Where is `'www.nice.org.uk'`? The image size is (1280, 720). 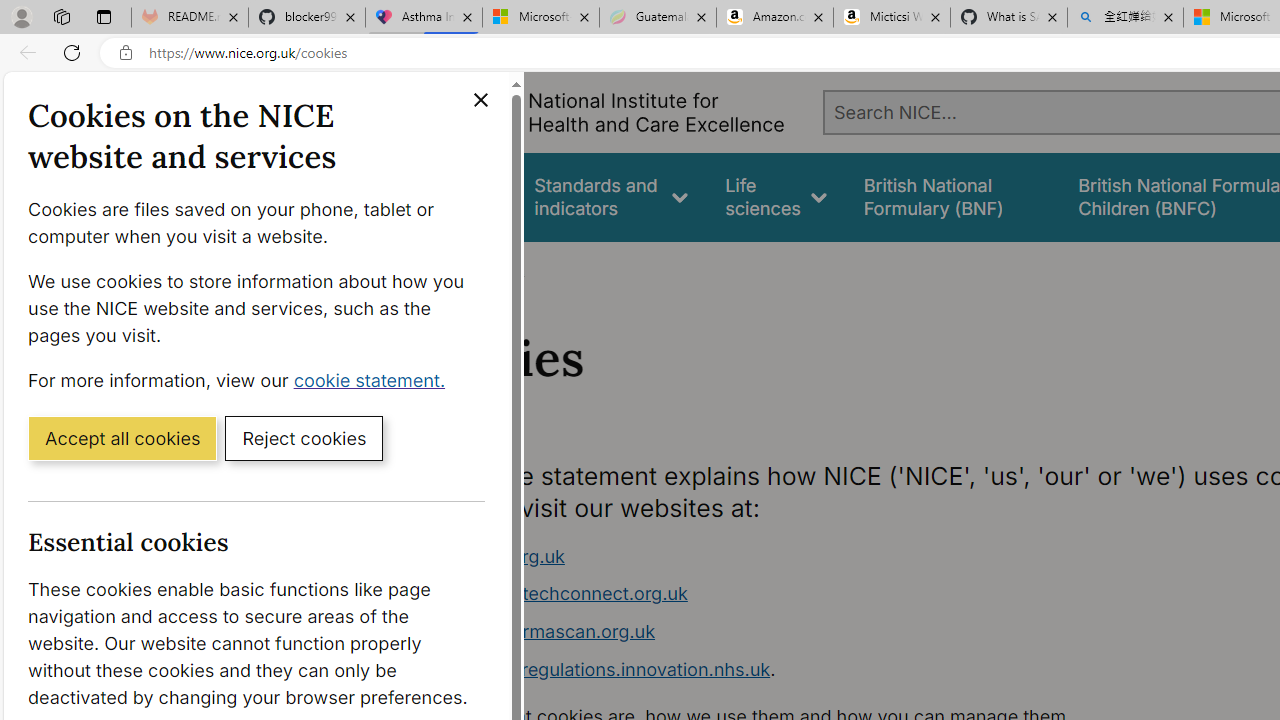 'www.nice.org.uk' is located at coordinates (492, 556).